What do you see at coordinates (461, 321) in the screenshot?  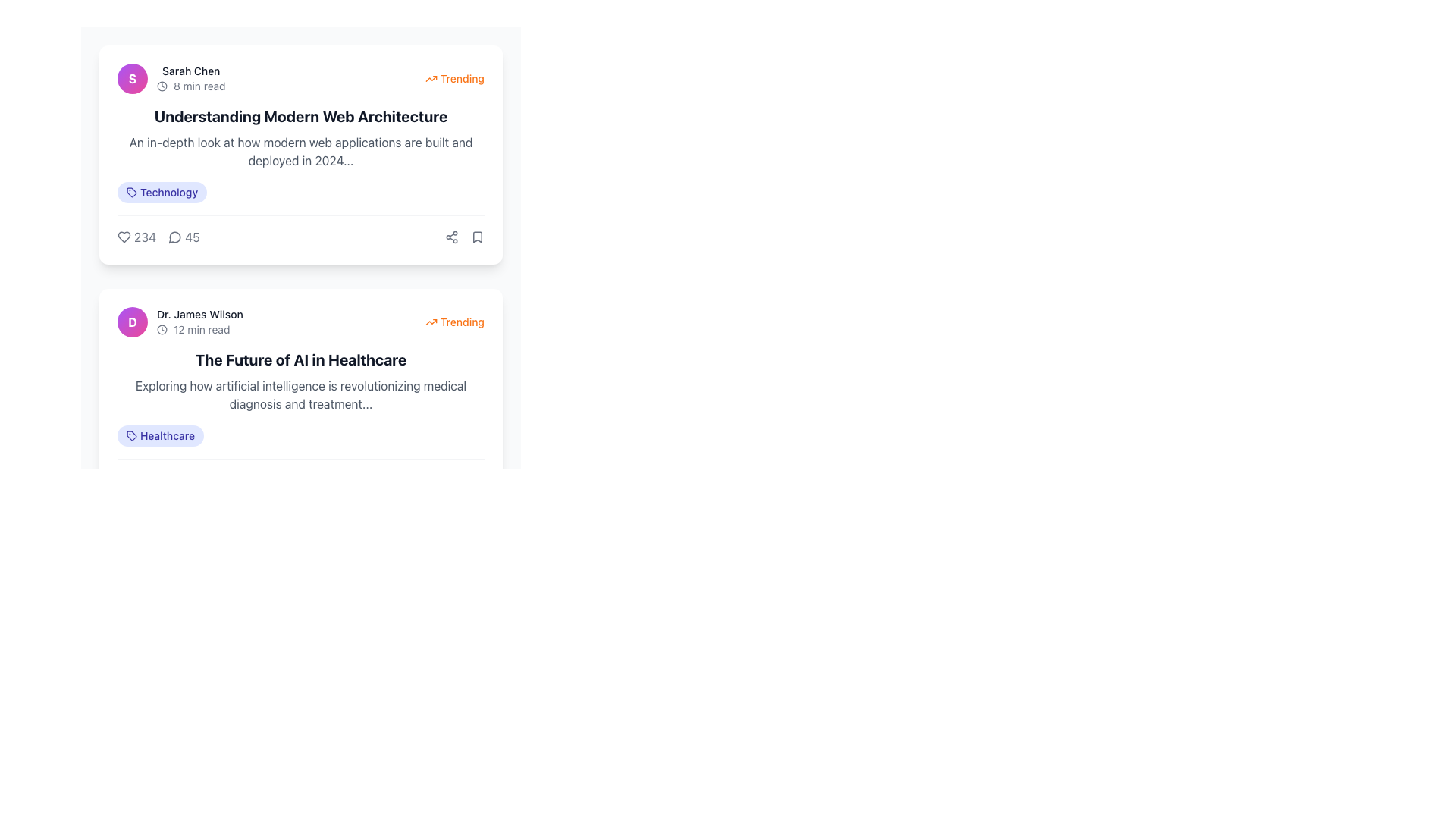 I see `the 'Trending' label located in the upper-right corner of the card under the header 'The Future of AI in Healthcare' to understand the trend status` at bounding box center [461, 321].